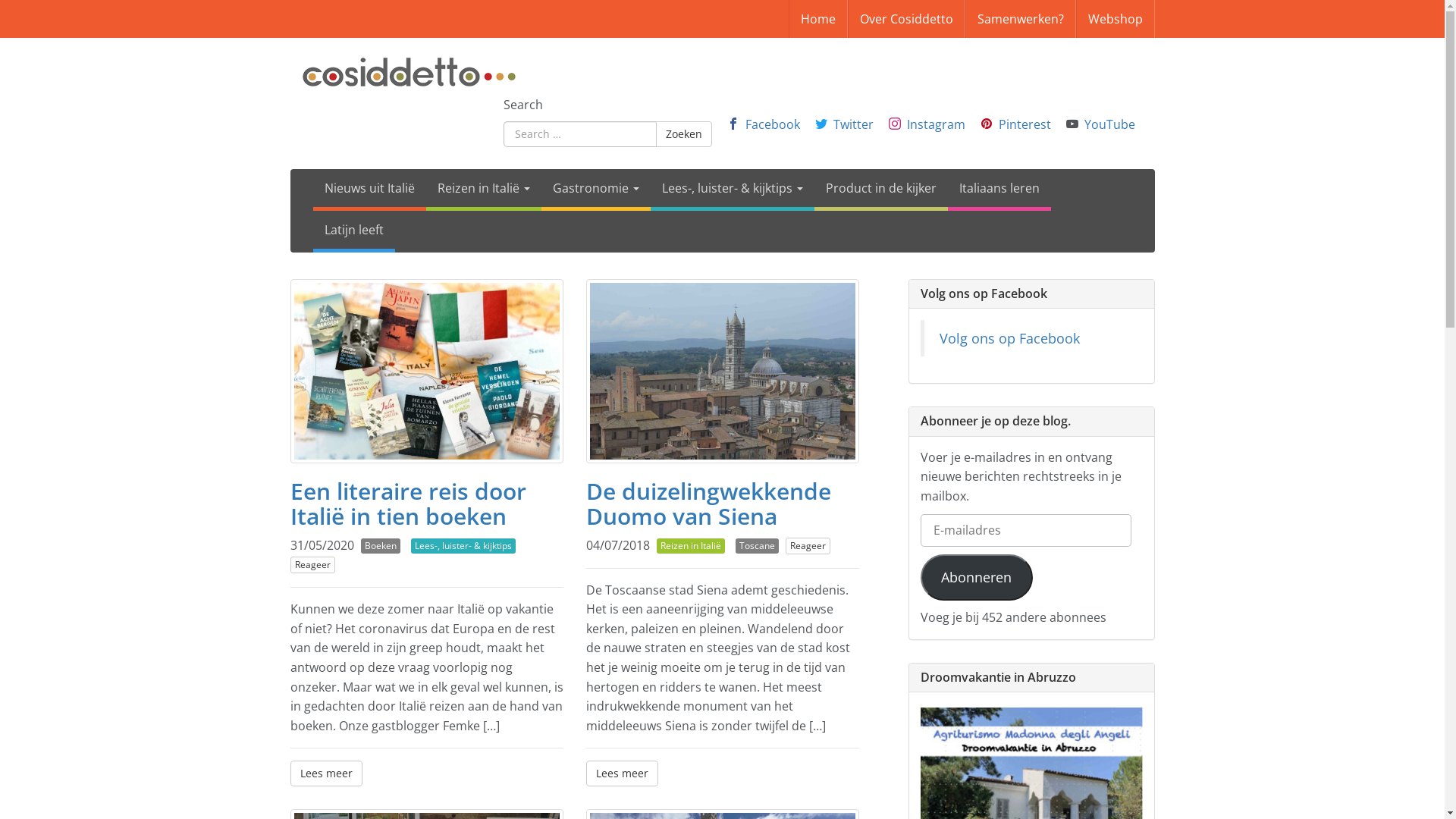 The width and height of the screenshot is (1456, 819). What do you see at coordinates (1074, 18) in the screenshot?
I see `'Webshop'` at bounding box center [1074, 18].